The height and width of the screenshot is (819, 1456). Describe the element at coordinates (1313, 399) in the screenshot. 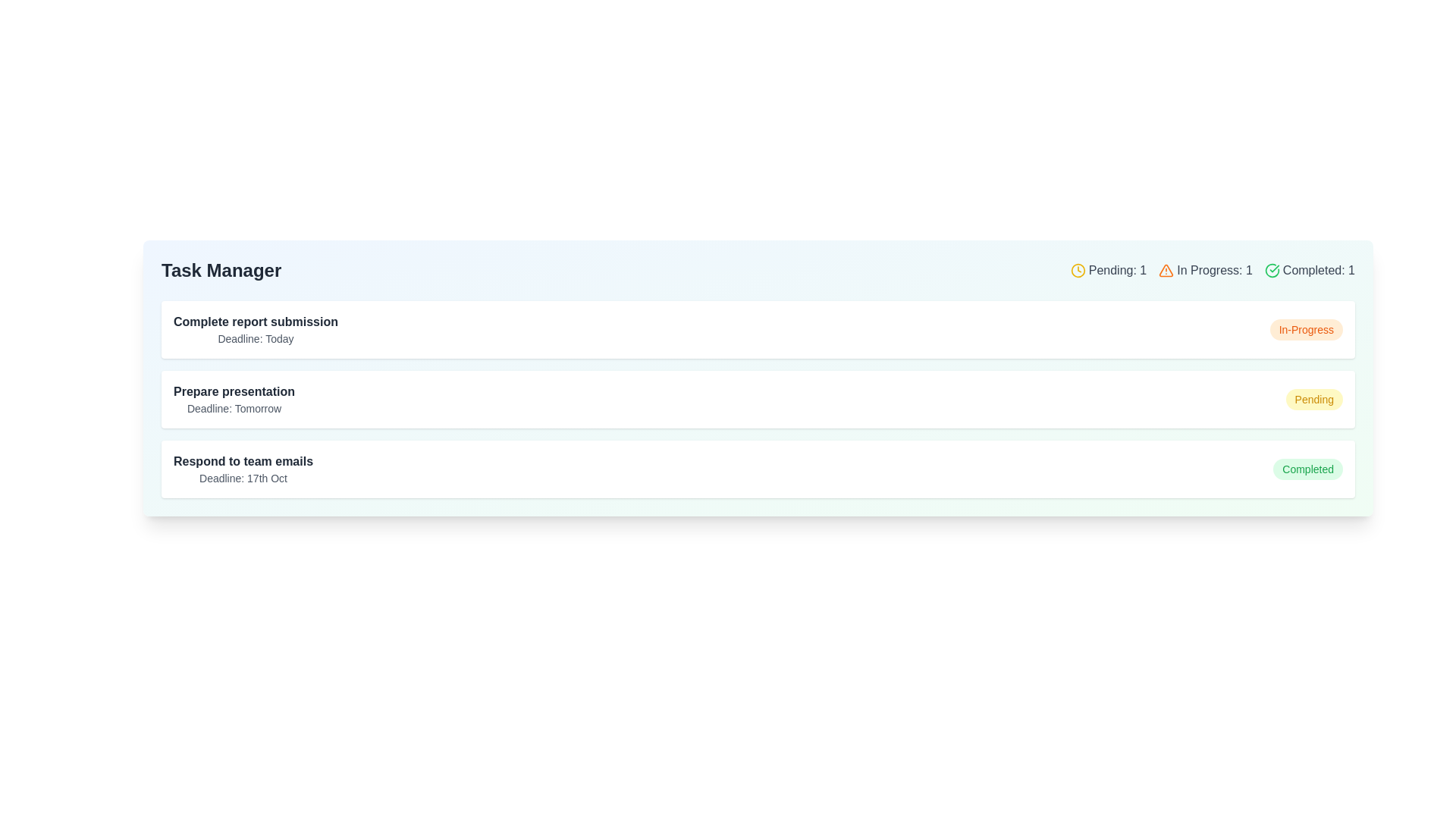

I see `status from the oval-shaped yellow badge displaying 'Pending' to understand the task's state` at that location.